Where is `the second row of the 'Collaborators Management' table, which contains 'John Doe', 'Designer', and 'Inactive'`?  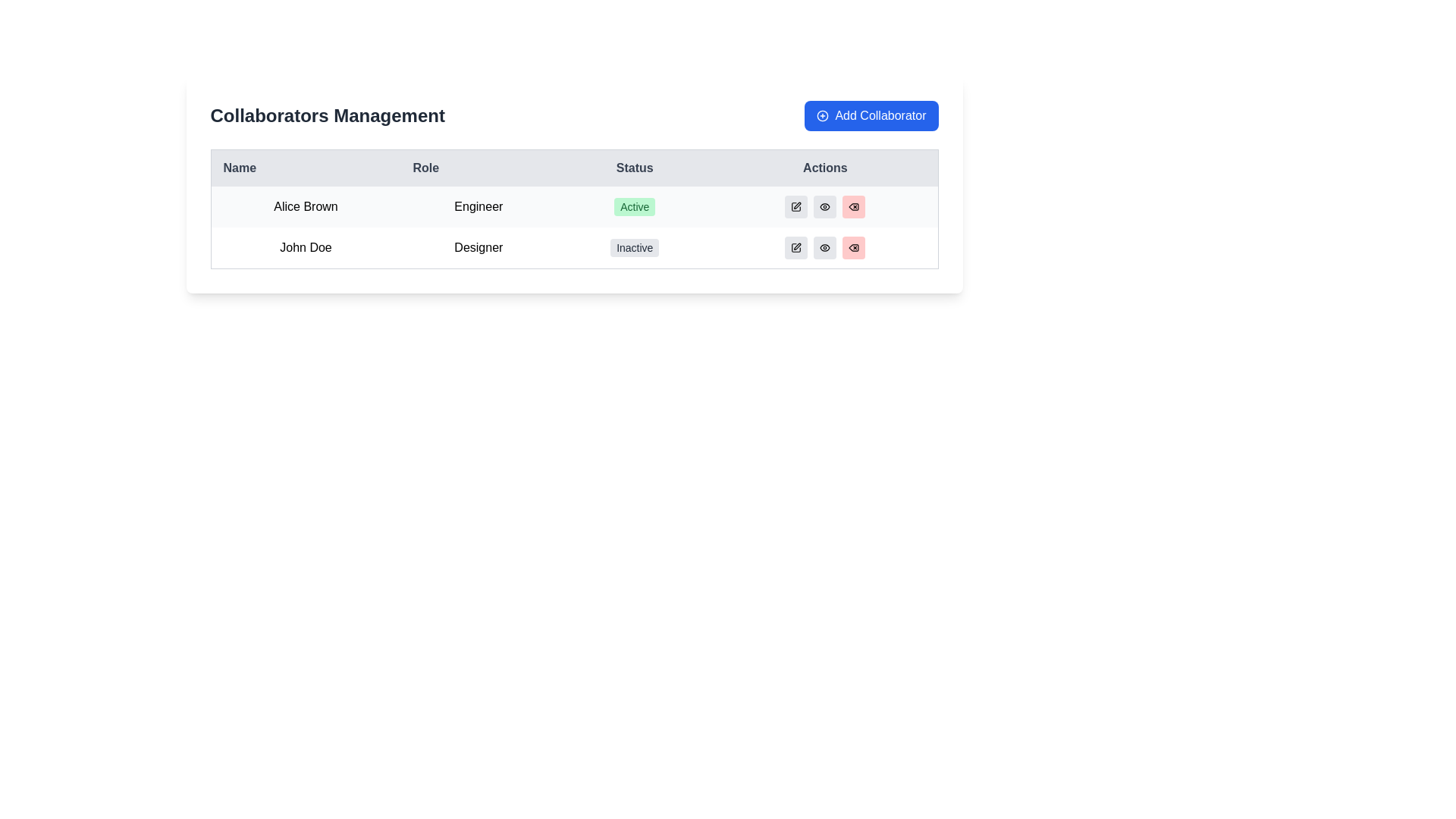
the second row of the 'Collaborators Management' table, which contains 'John Doe', 'Designer', and 'Inactive' is located at coordinates (573, 247).